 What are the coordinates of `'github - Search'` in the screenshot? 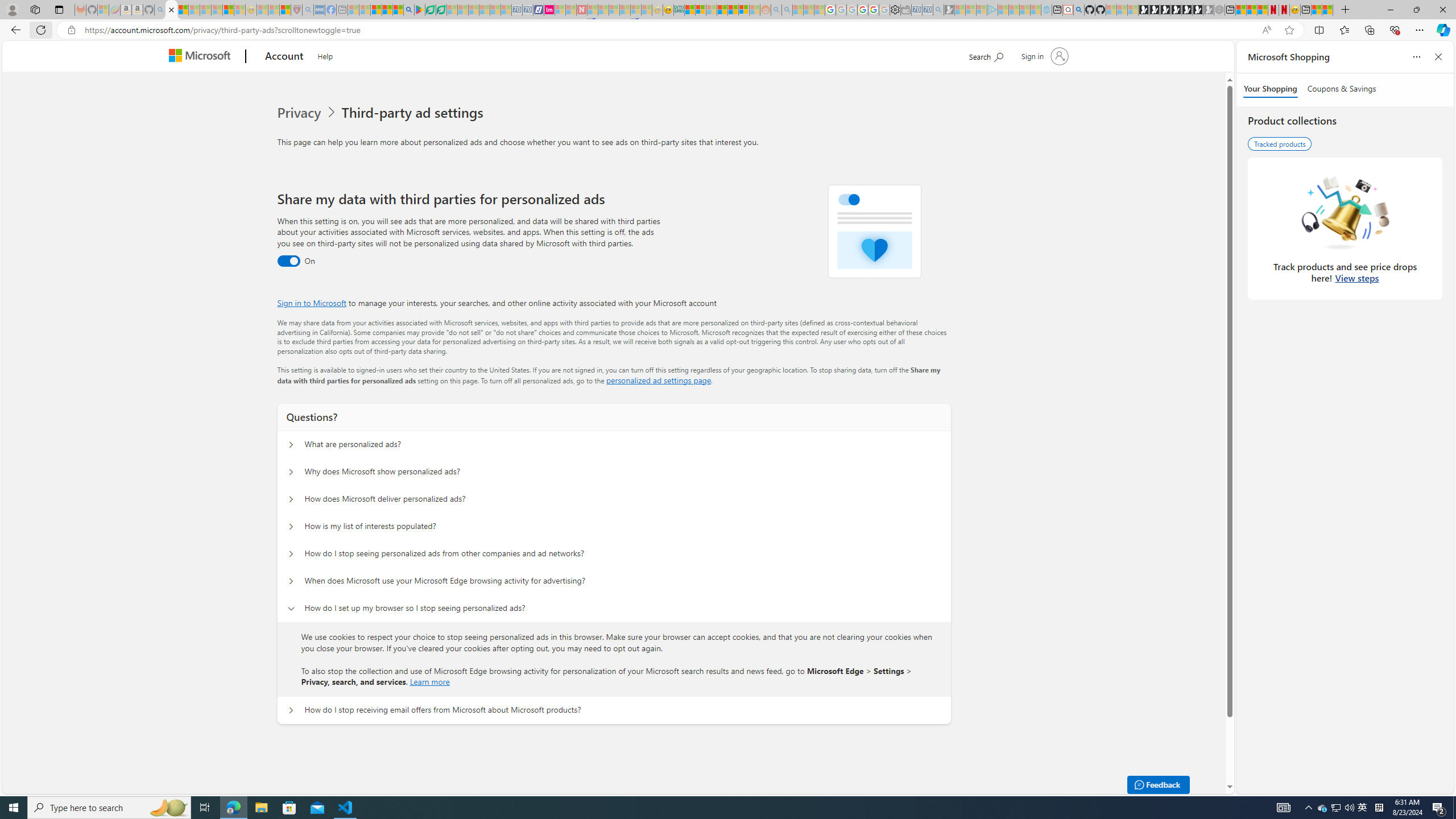 It's located at (1078, 9).